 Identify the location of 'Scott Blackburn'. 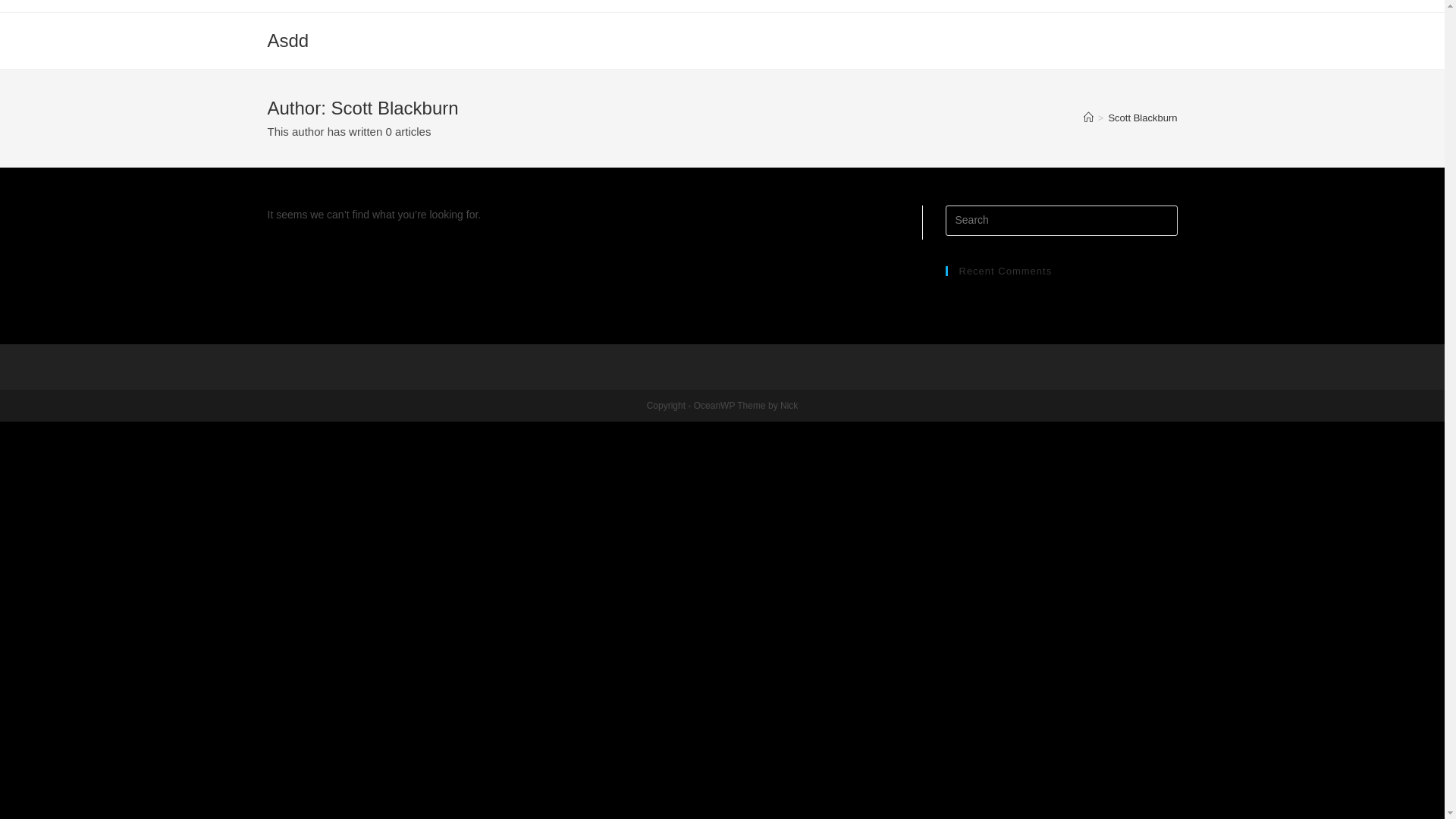
(1142, 117).